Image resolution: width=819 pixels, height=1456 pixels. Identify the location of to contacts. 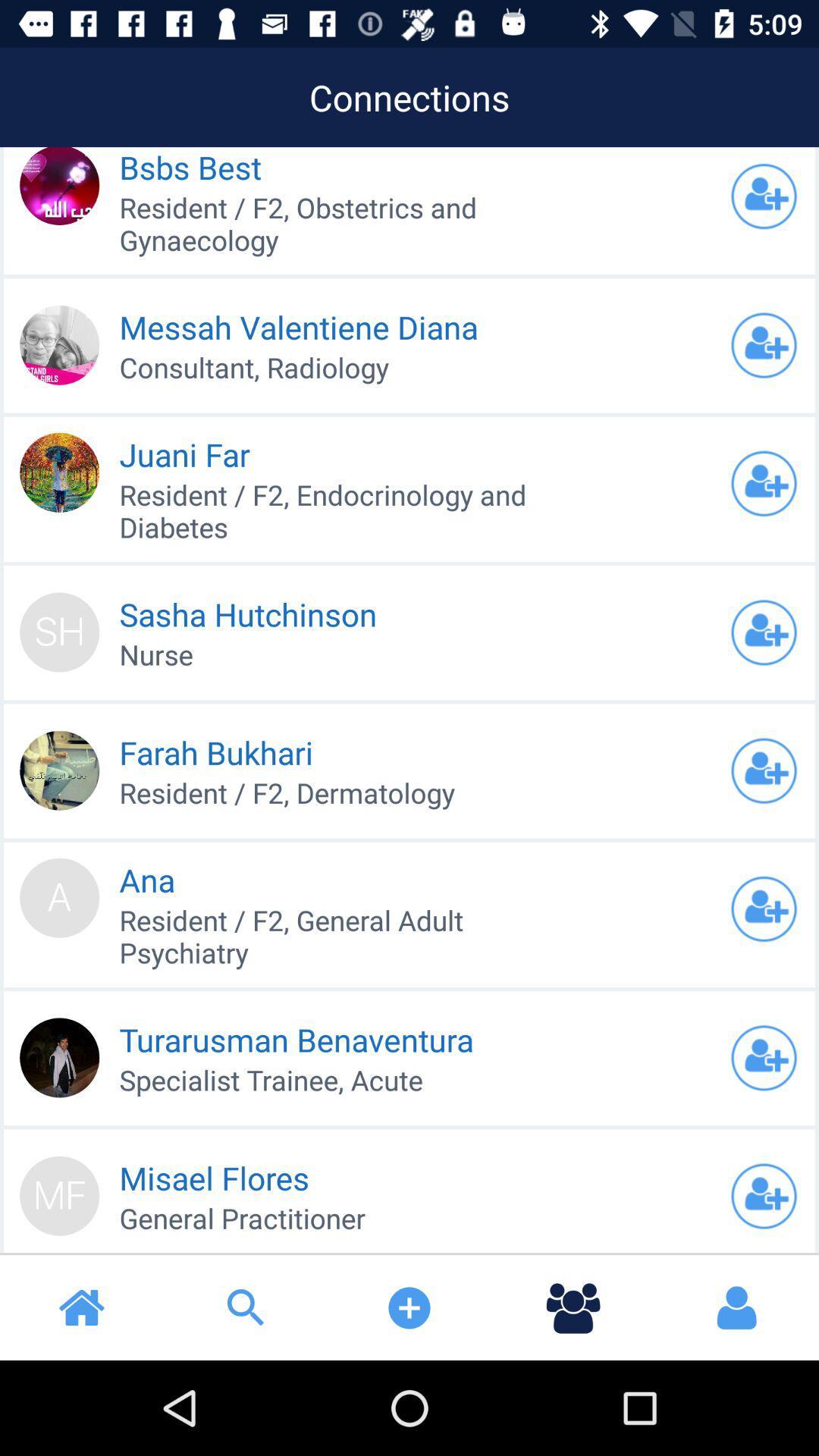
(764, 482).